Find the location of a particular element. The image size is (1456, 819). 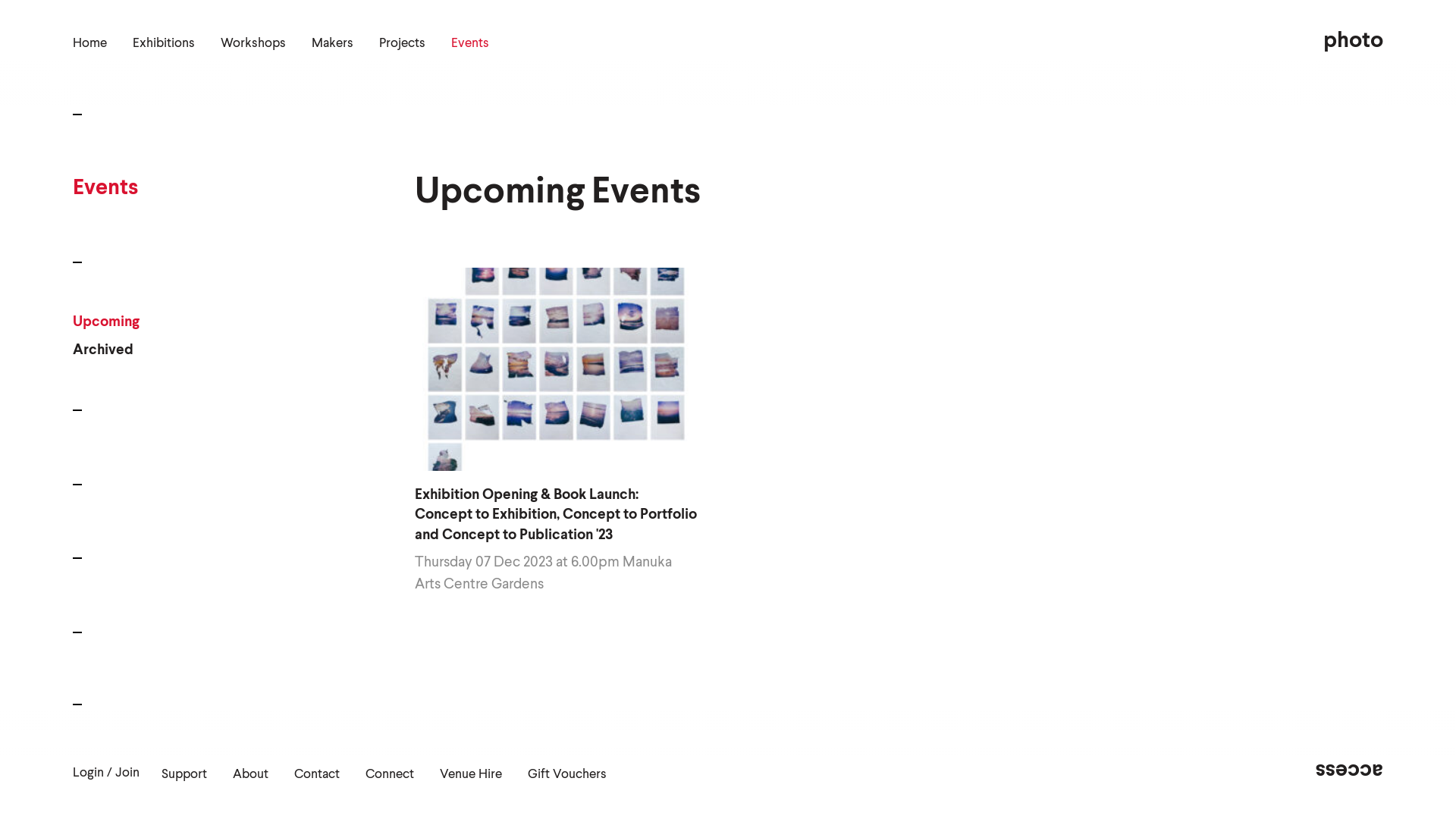

'Home' is located at coordinates (89, 42).